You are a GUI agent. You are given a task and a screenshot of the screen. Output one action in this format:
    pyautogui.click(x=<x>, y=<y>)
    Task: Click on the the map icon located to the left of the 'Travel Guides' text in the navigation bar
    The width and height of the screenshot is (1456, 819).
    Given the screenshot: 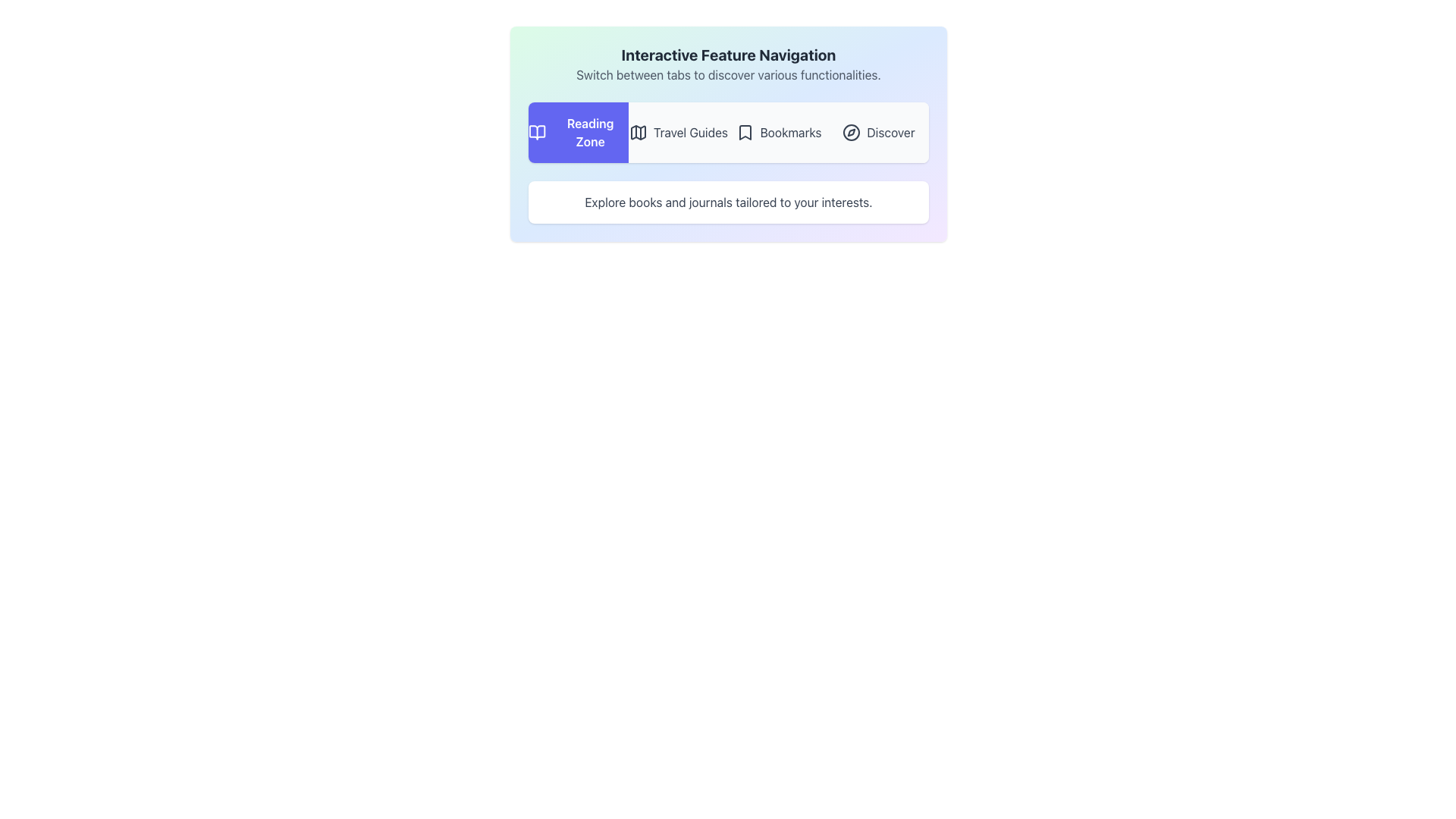 What is the action you would take?
    pyautogui.click(x=638, y=131)
    